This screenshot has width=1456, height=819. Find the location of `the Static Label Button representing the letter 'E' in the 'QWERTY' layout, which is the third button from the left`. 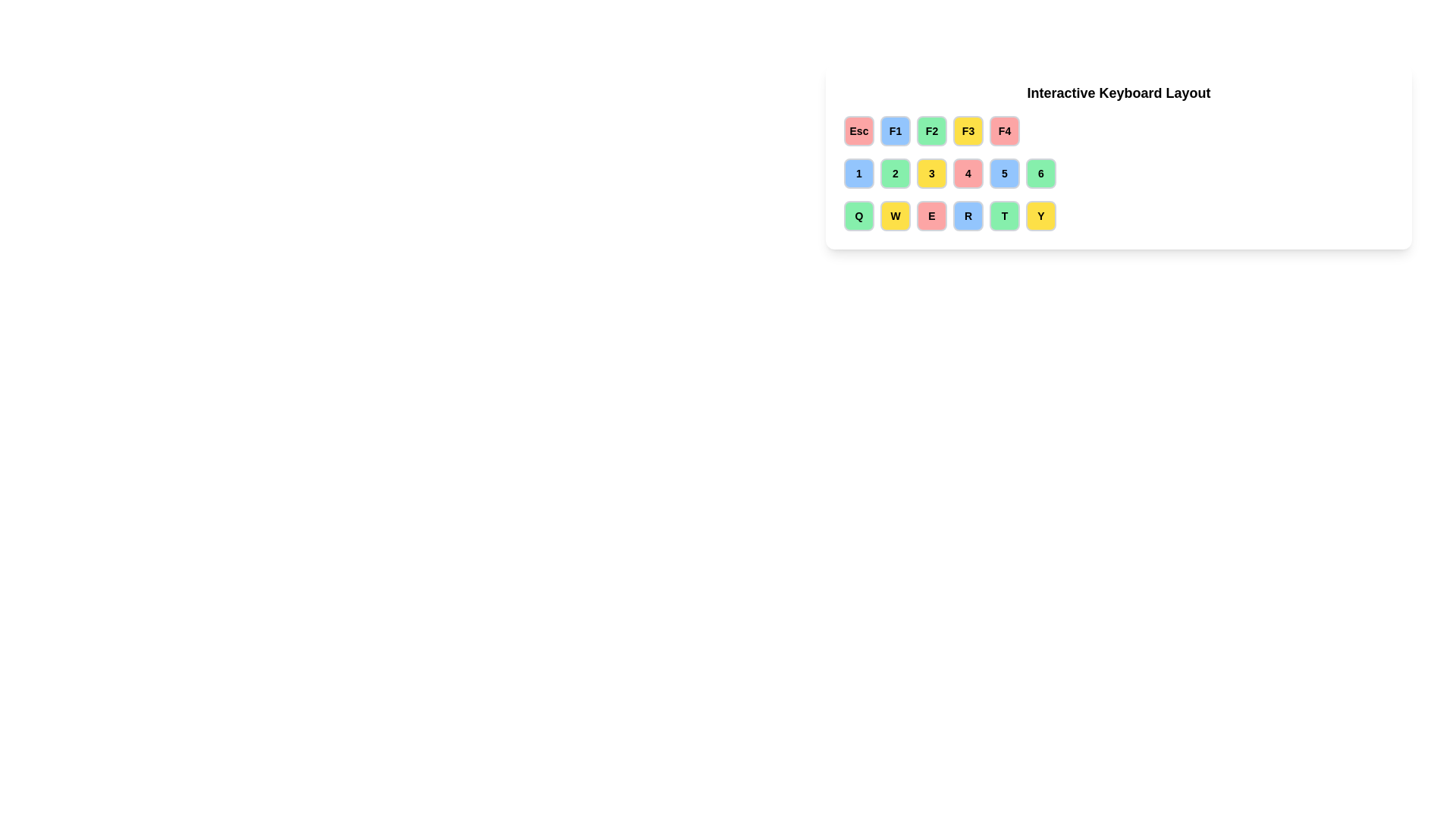

the Static Label Button representing the letter 'E' in the 'QWERTY' layout, which is the third button from the left is located at coordinates (930, 216).